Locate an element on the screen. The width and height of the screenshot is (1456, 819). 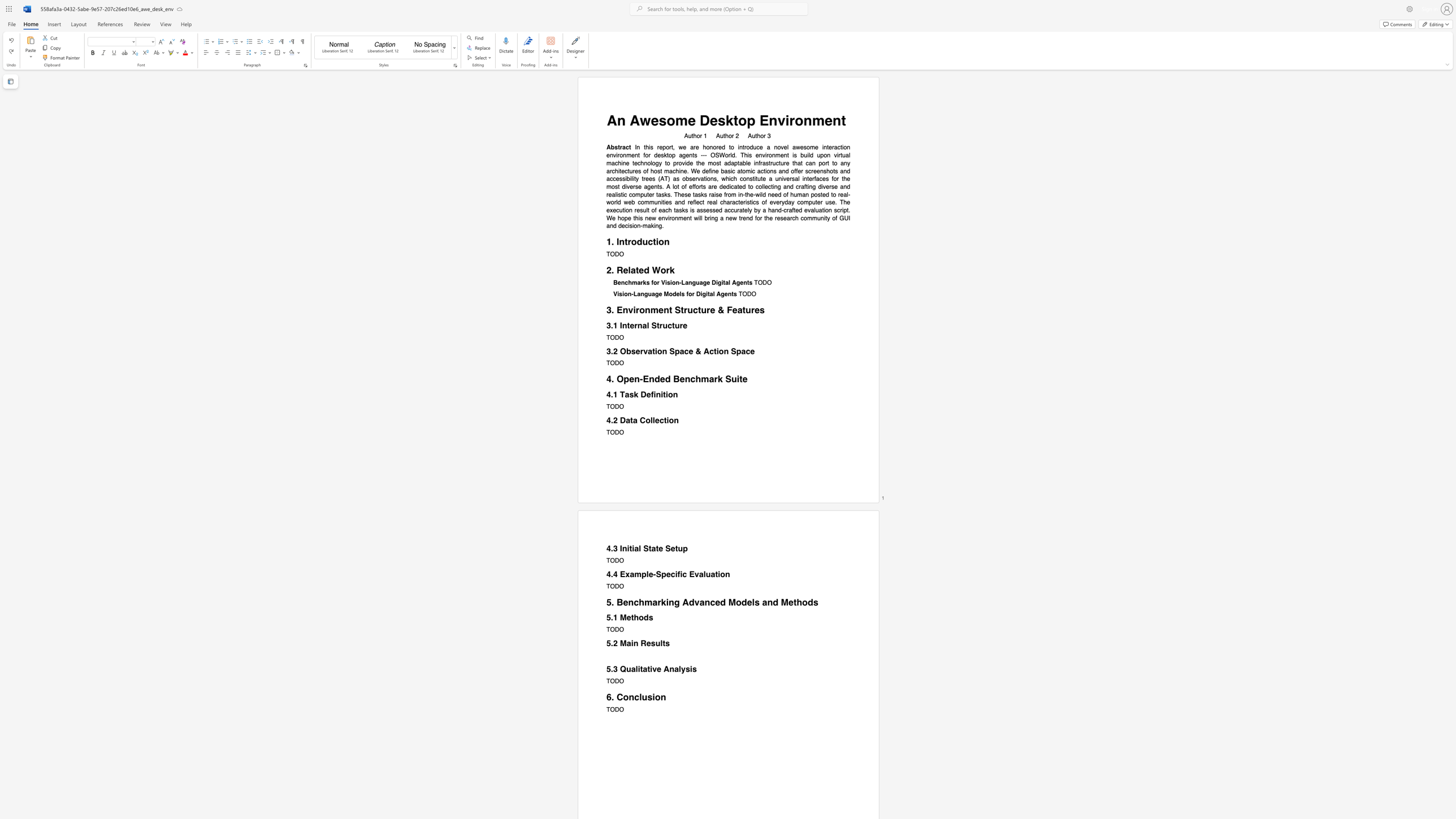
the 2th character "i" in the text is located at coordinates (717, 351).